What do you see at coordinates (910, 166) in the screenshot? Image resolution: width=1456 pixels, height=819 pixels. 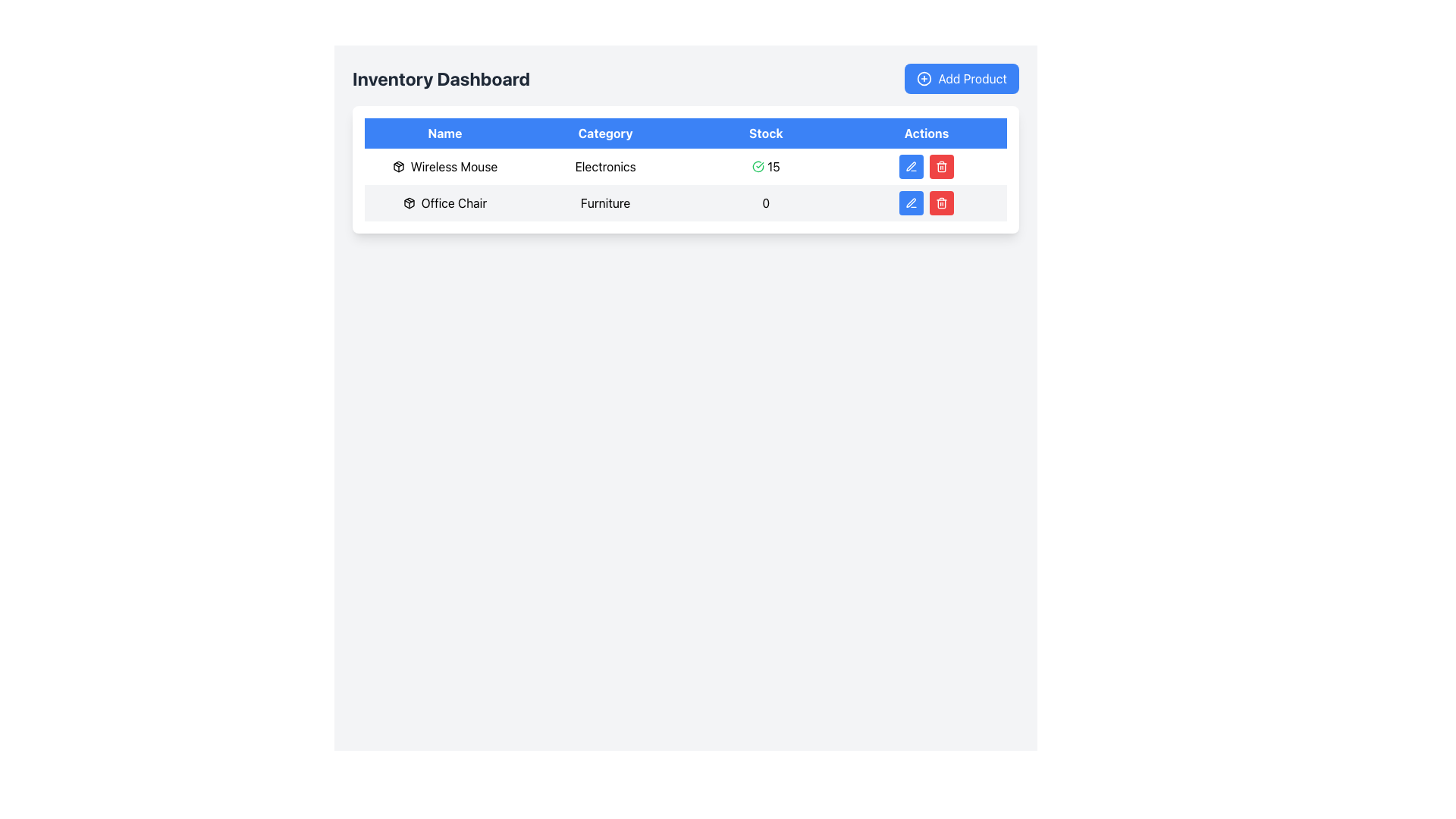 I see `the edit icon button located in the 'Actions' column of the first row, adjacent to the trash can icon, to initiate editing for the item 'Wireless Mouse'` at bounding box center [910, 166].